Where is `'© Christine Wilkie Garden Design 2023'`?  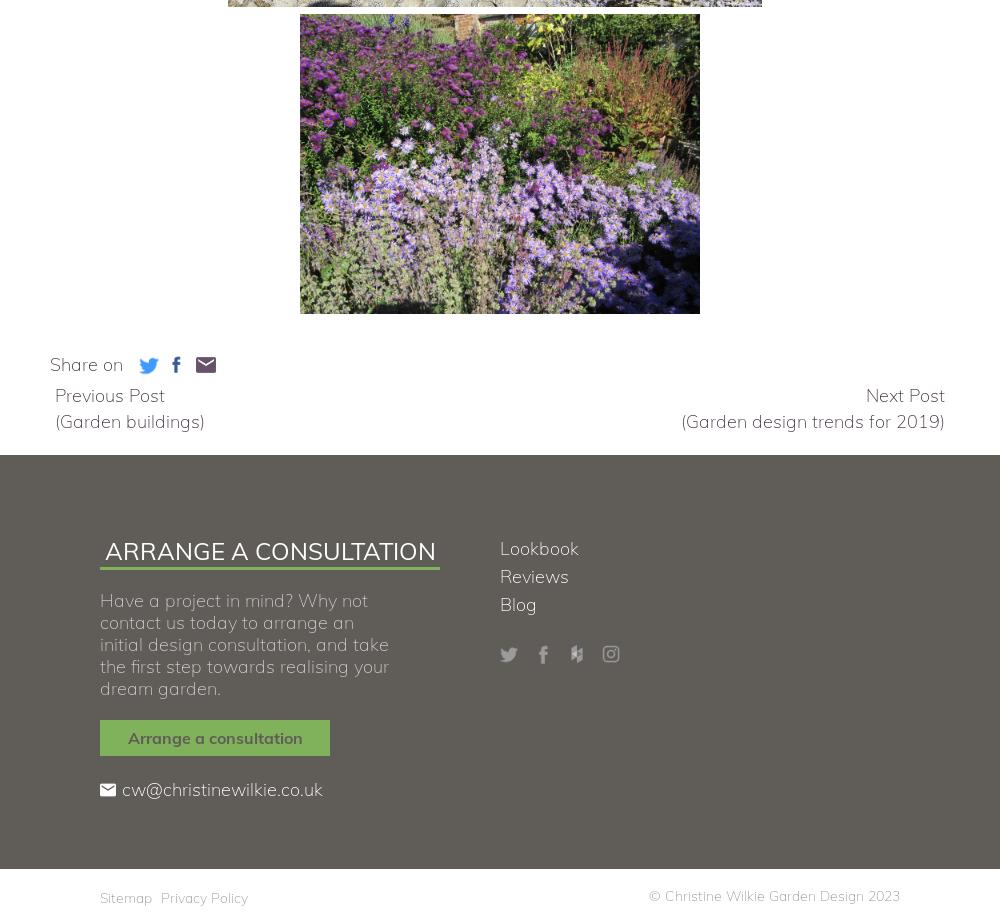
'© Christine Wilkie Garden Design 2023' is located at coordinates (774, 894).